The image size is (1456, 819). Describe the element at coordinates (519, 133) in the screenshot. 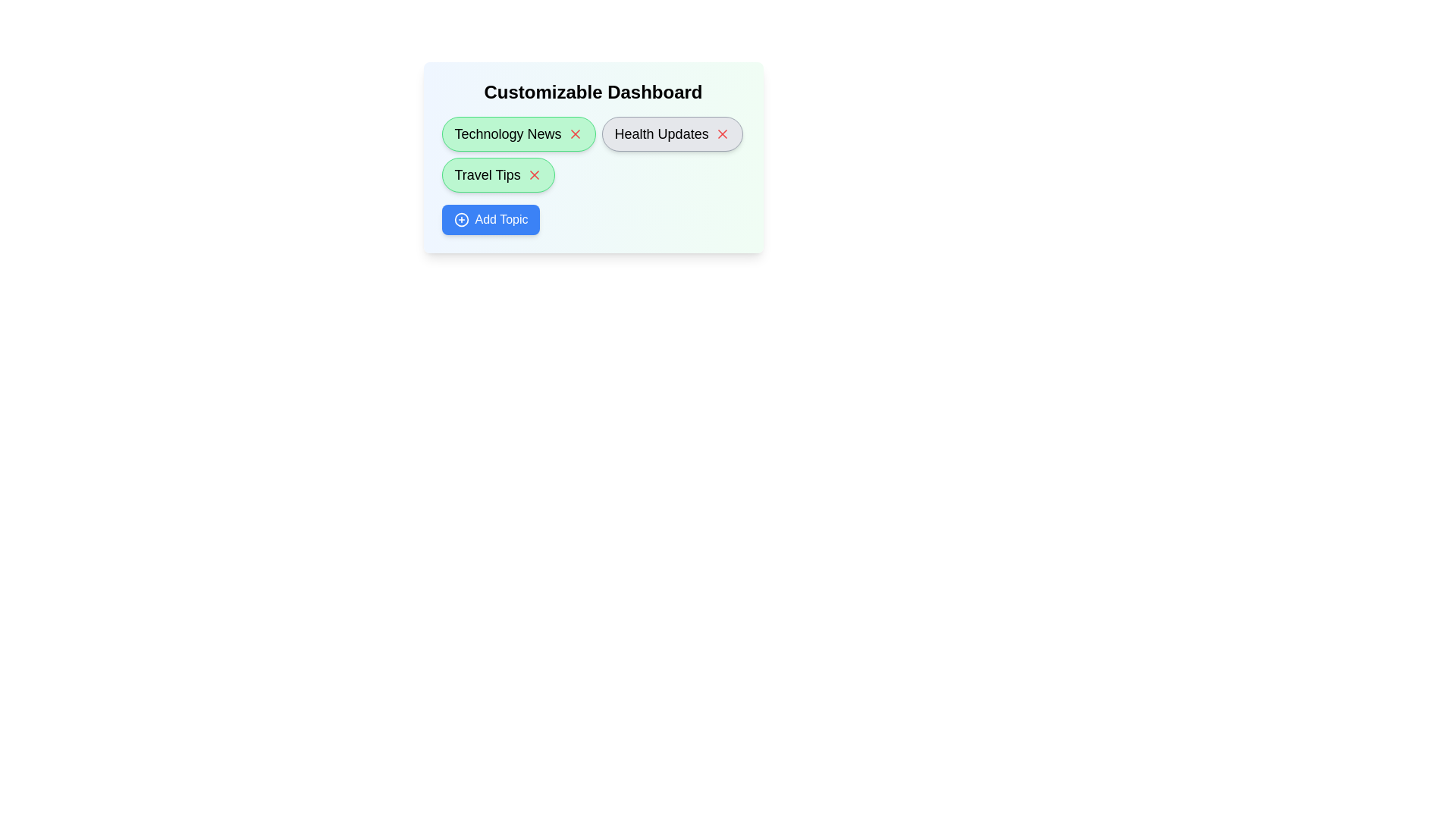

I see `the topic named Technology News` at that location.